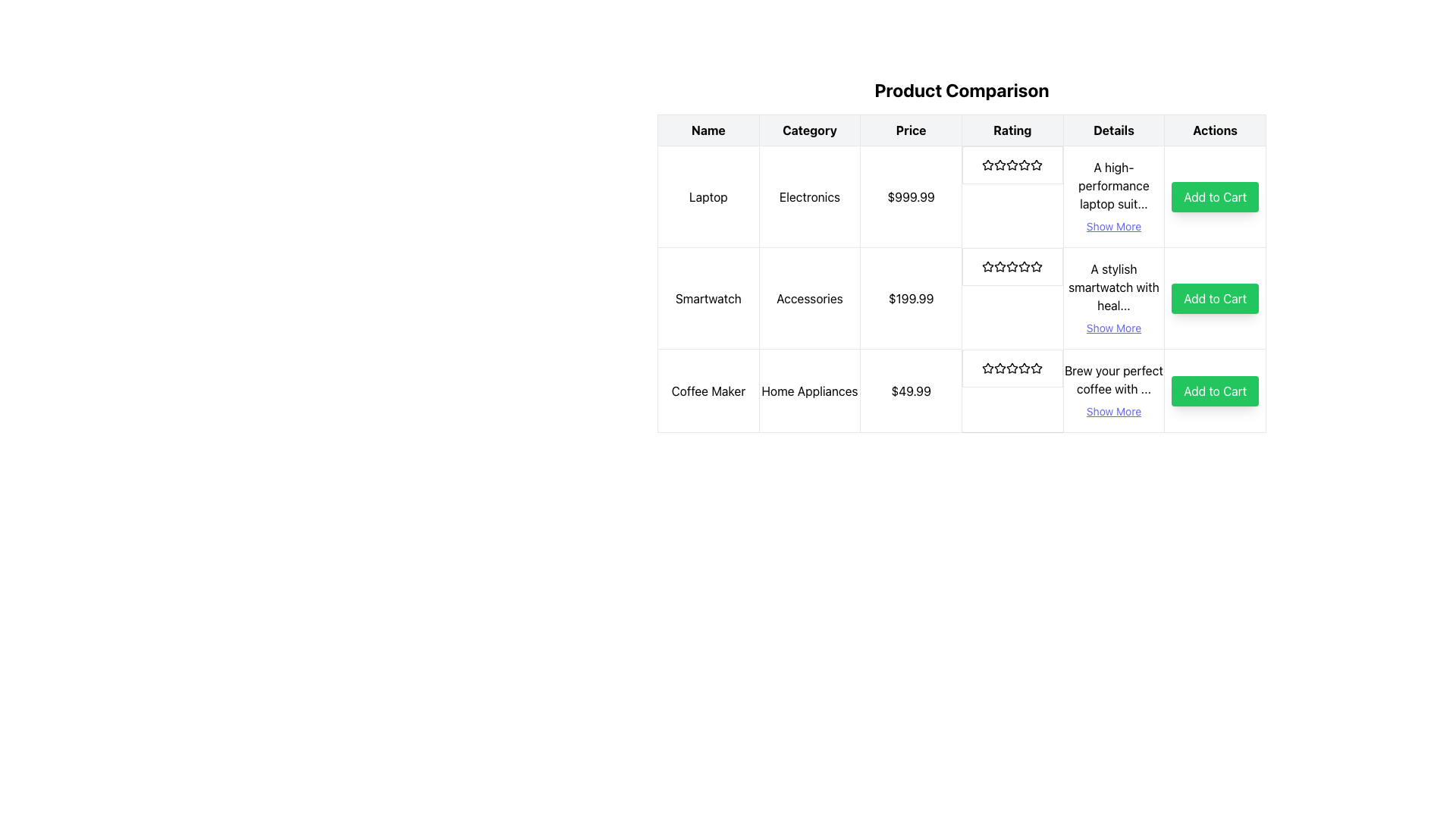 The image size is (1456, 819). What do you see at coordinates (1000, 368) in the screenshot?
I see `the third star icon with a black outline in the rating system for 'Coffee Maker' to rate it` at bounding box center [1000, 368].